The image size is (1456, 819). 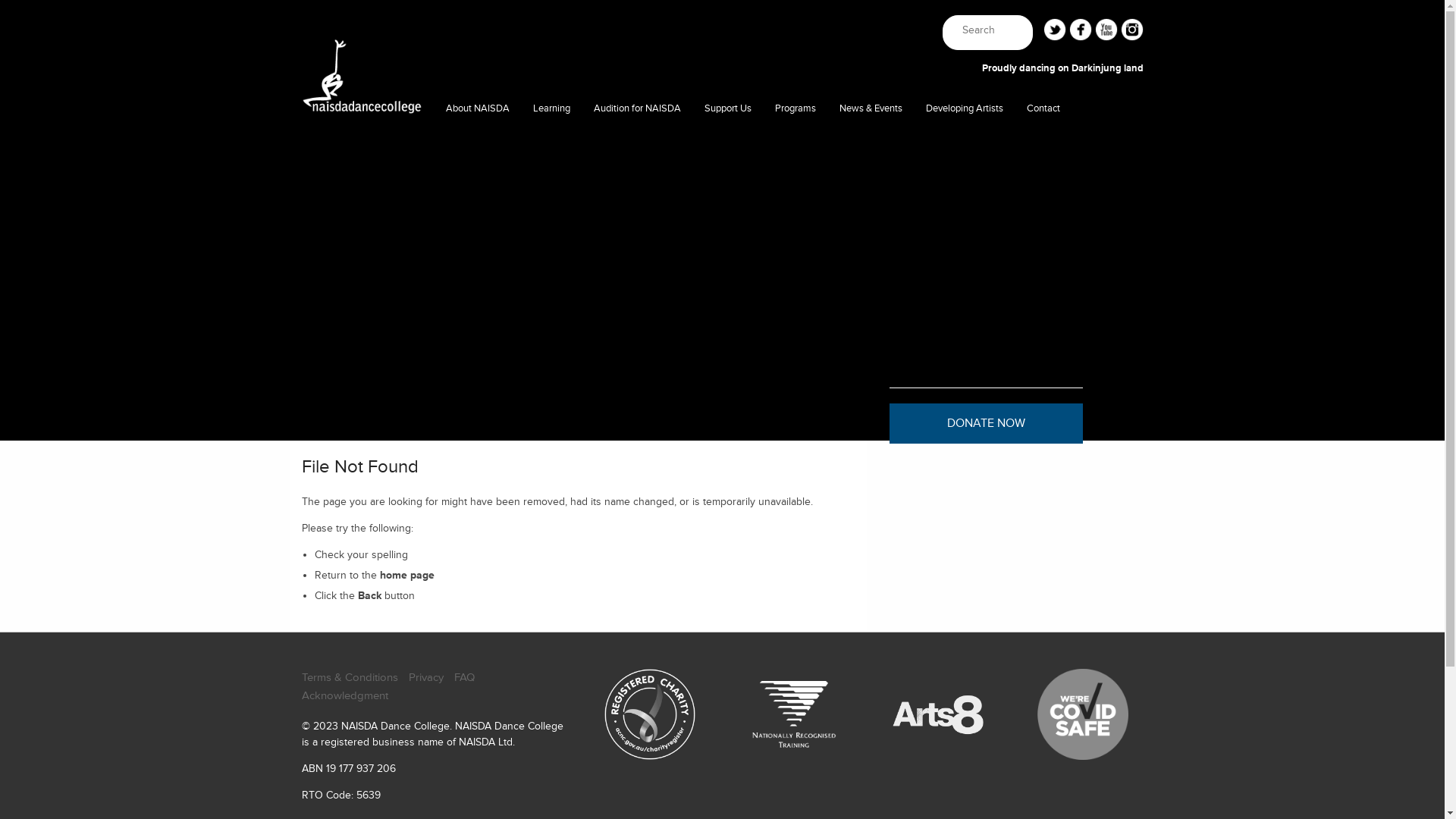 What do you see at coordinates (637, 140) in the screenshot?
I see `'Apply to NAISDA'` at bounding box center [637, 140].